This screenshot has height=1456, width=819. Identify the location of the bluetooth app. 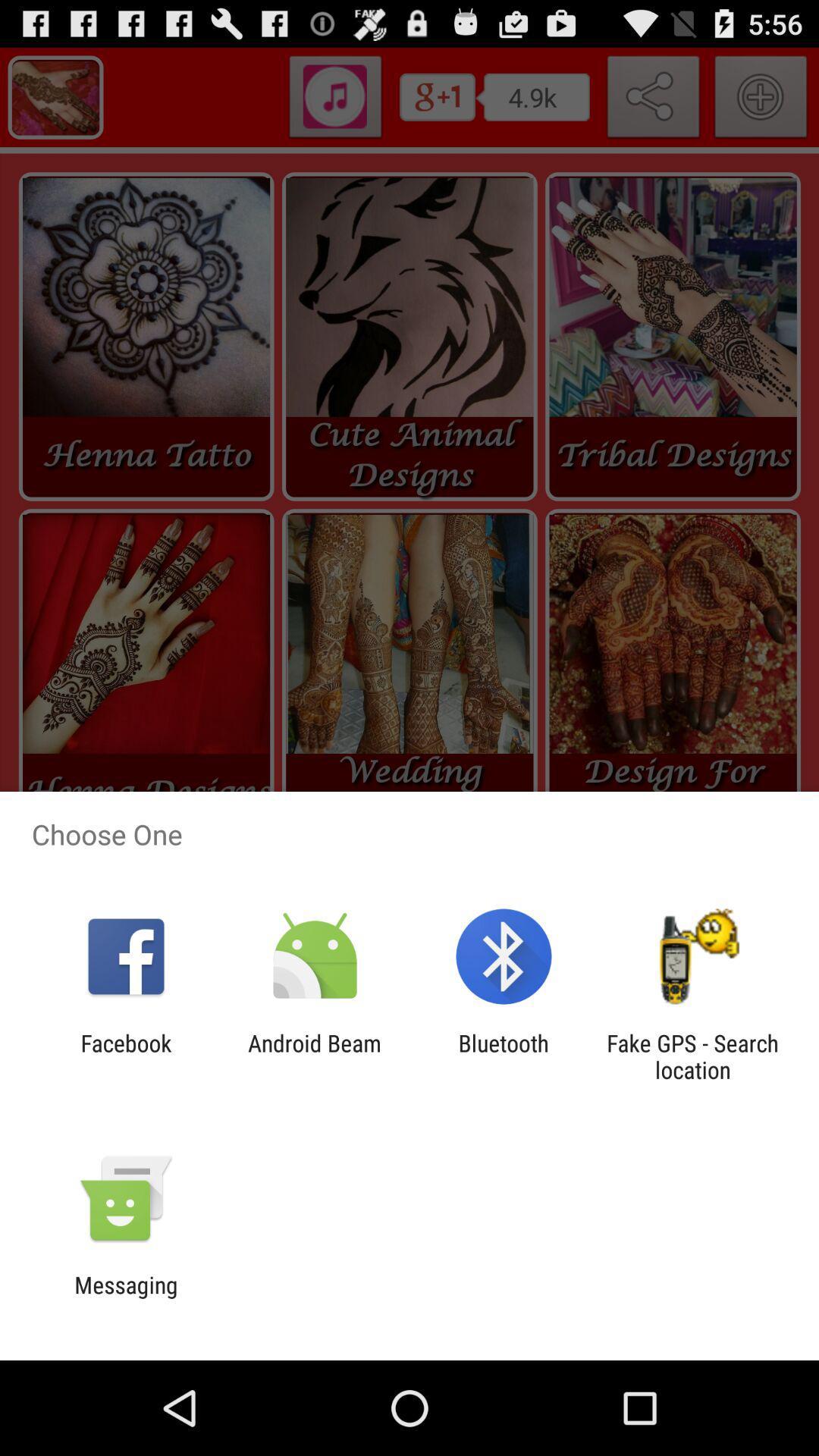
(504, 1056).